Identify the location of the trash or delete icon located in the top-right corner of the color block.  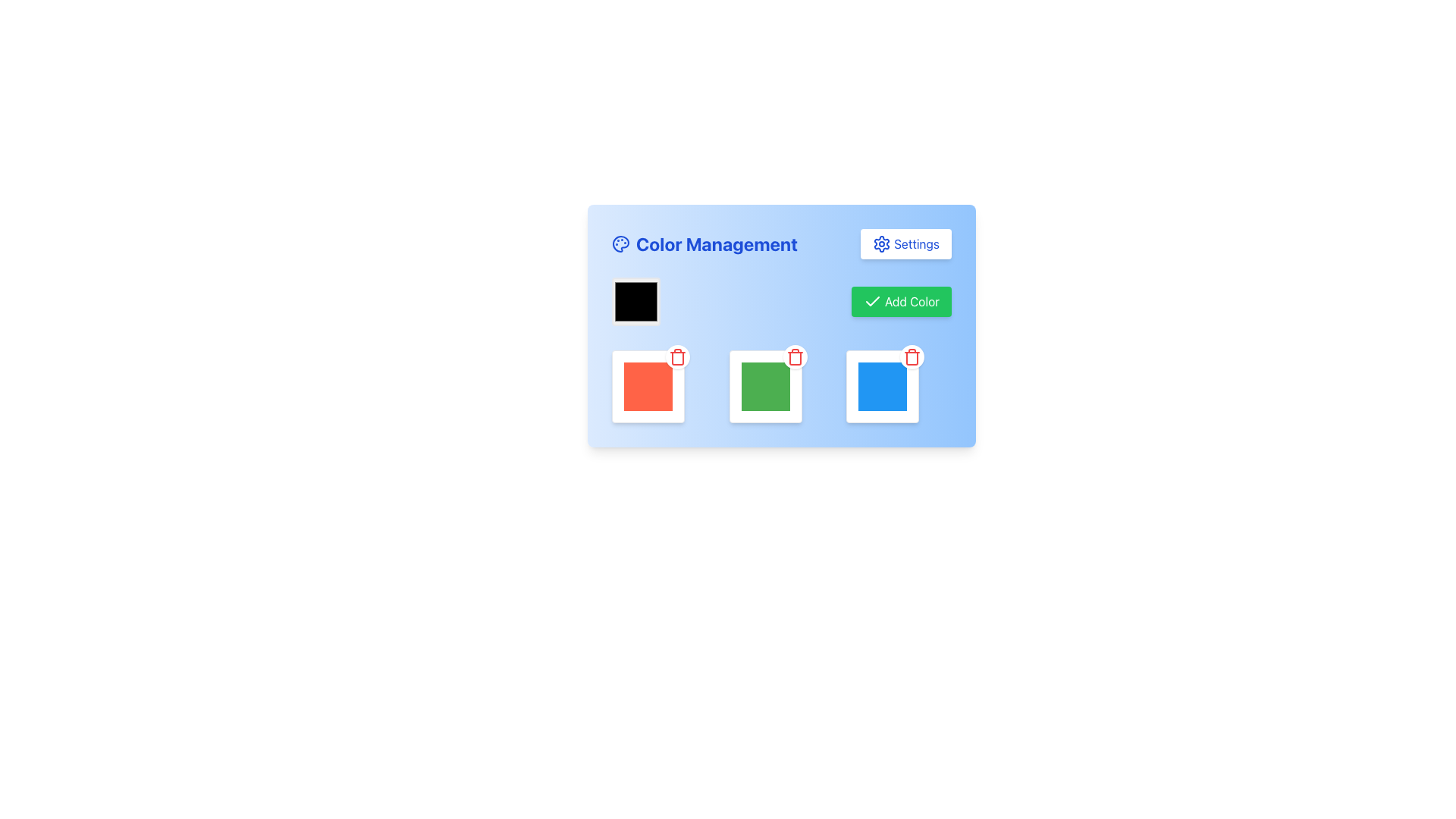
(912, 359).